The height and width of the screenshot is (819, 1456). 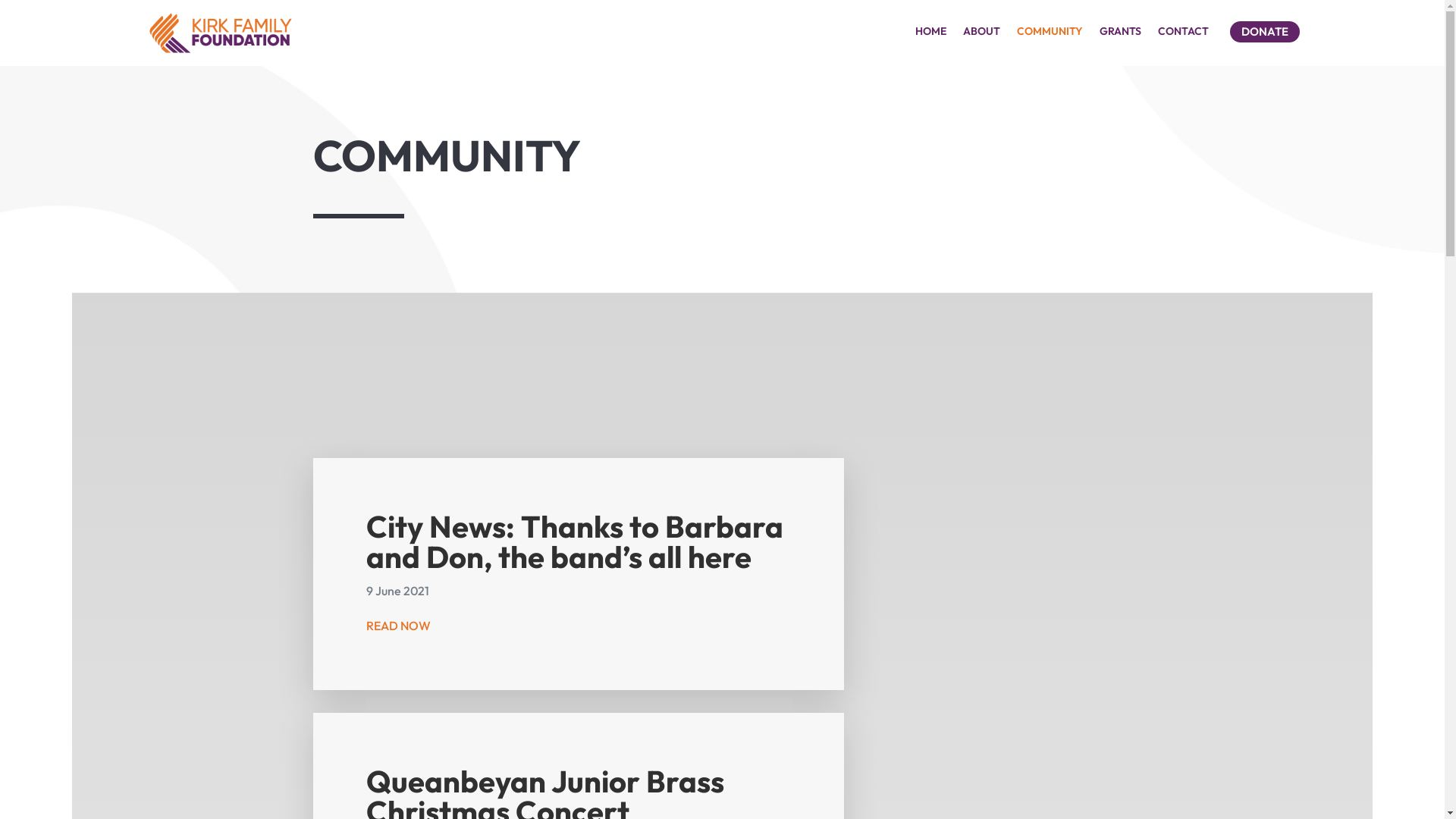 What do you see at coordinates (1182, 34) in the screenshot?
I see `'CONTACT'` at bounding box center [1182, 34].